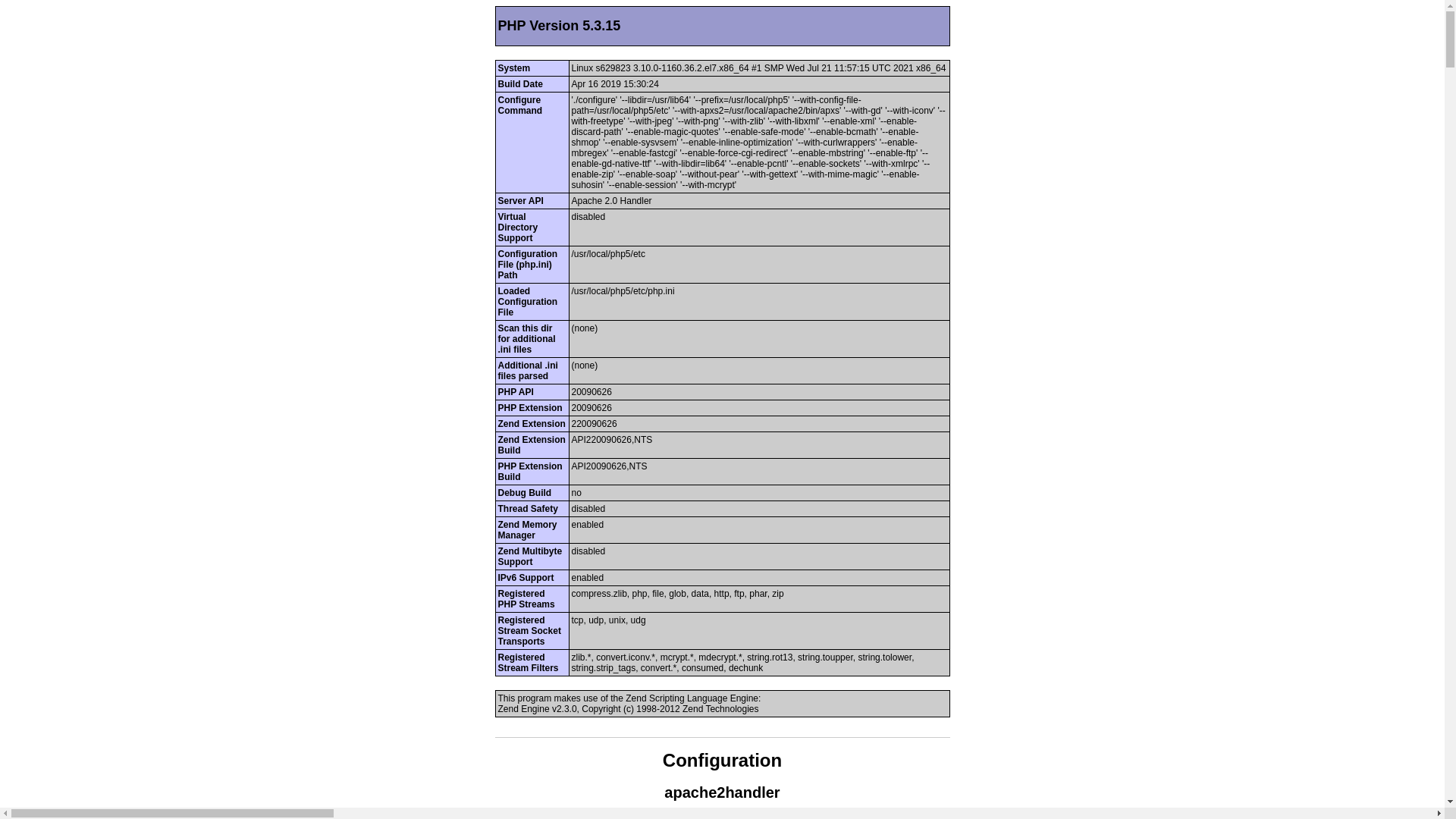 The width and height of the screenshot is (1456, 819). I want to click on 'apache2handler', so click(720, 792).